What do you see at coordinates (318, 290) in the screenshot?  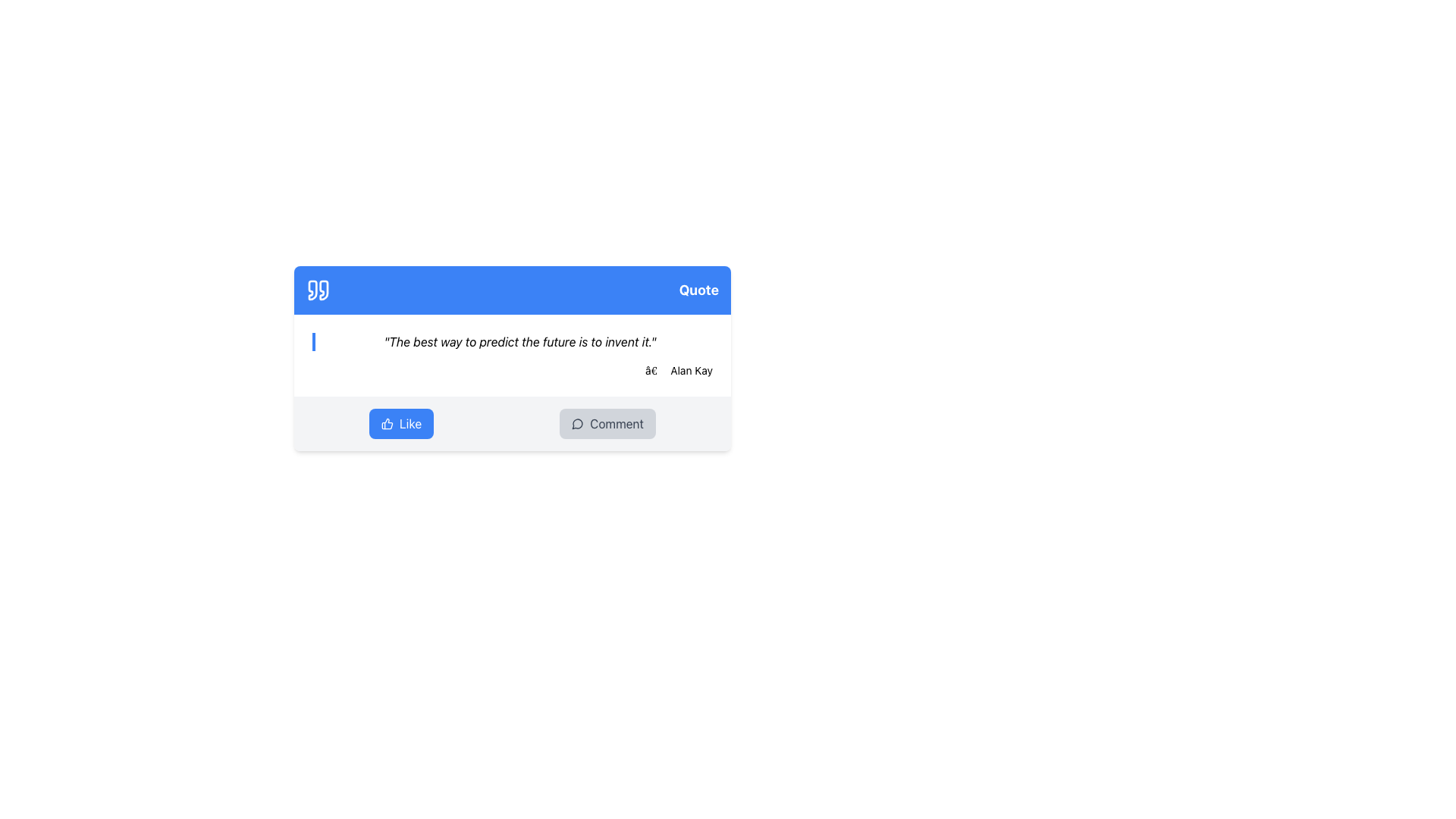 I see `the quote icon located at the top left side of the blue header area, which features a modern stroke-line style double quotation mark symbol` at bounding box center [318, 290].